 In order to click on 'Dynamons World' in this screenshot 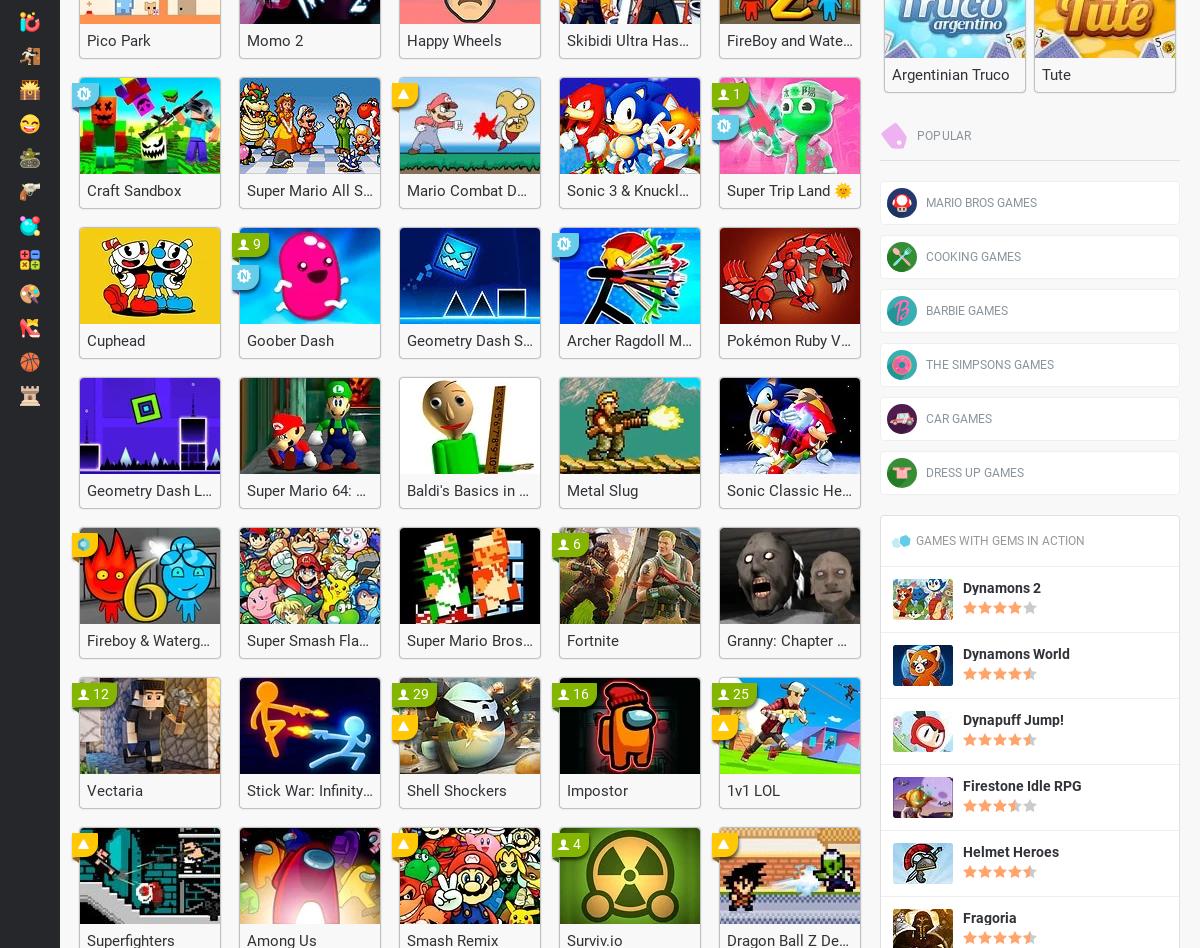, I will do `click(1016, 653)`.